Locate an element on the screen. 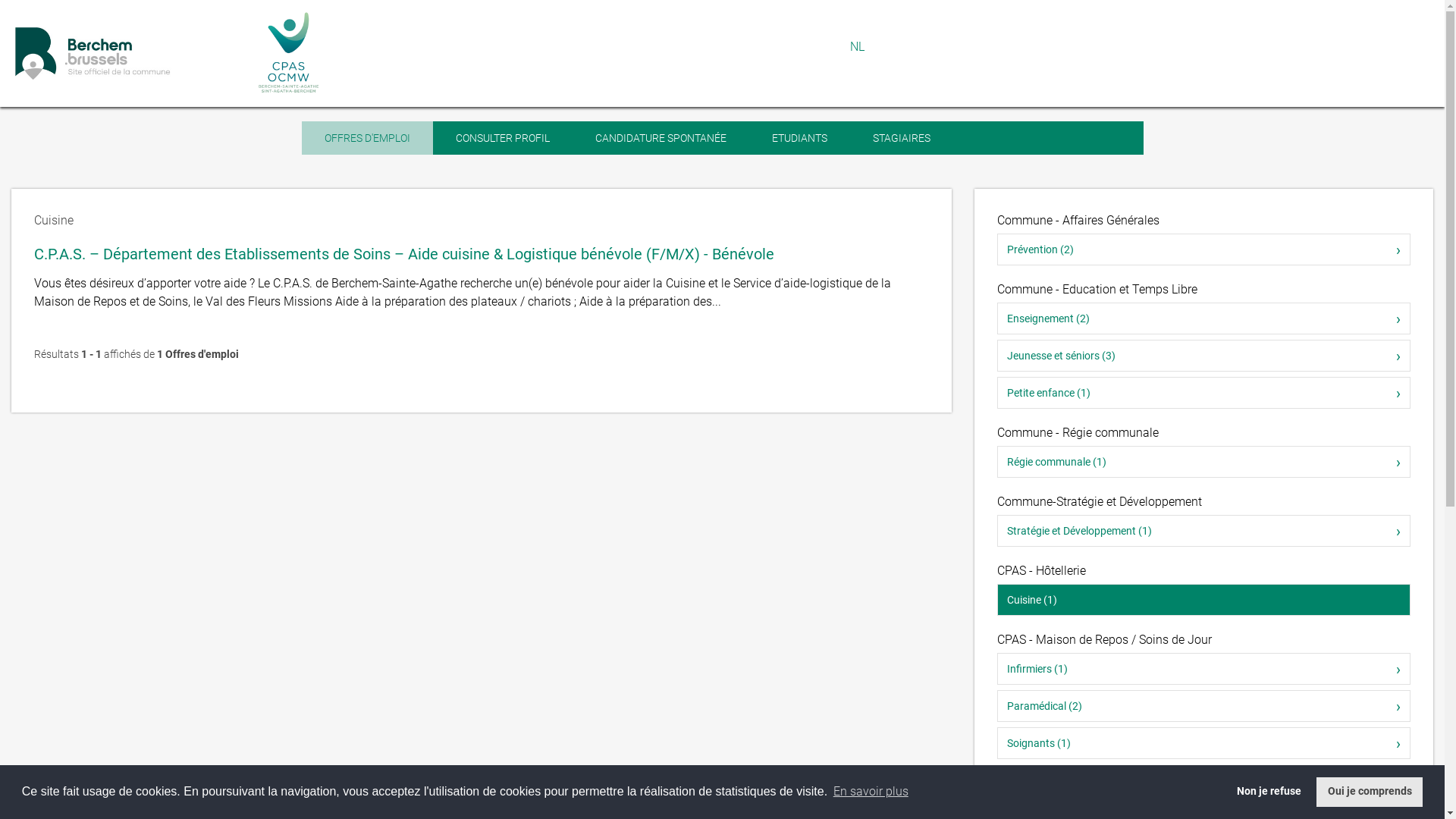 This screenshot has height=819, width=1456. 'Non je refuse' is located at coordinates (1269, 791).